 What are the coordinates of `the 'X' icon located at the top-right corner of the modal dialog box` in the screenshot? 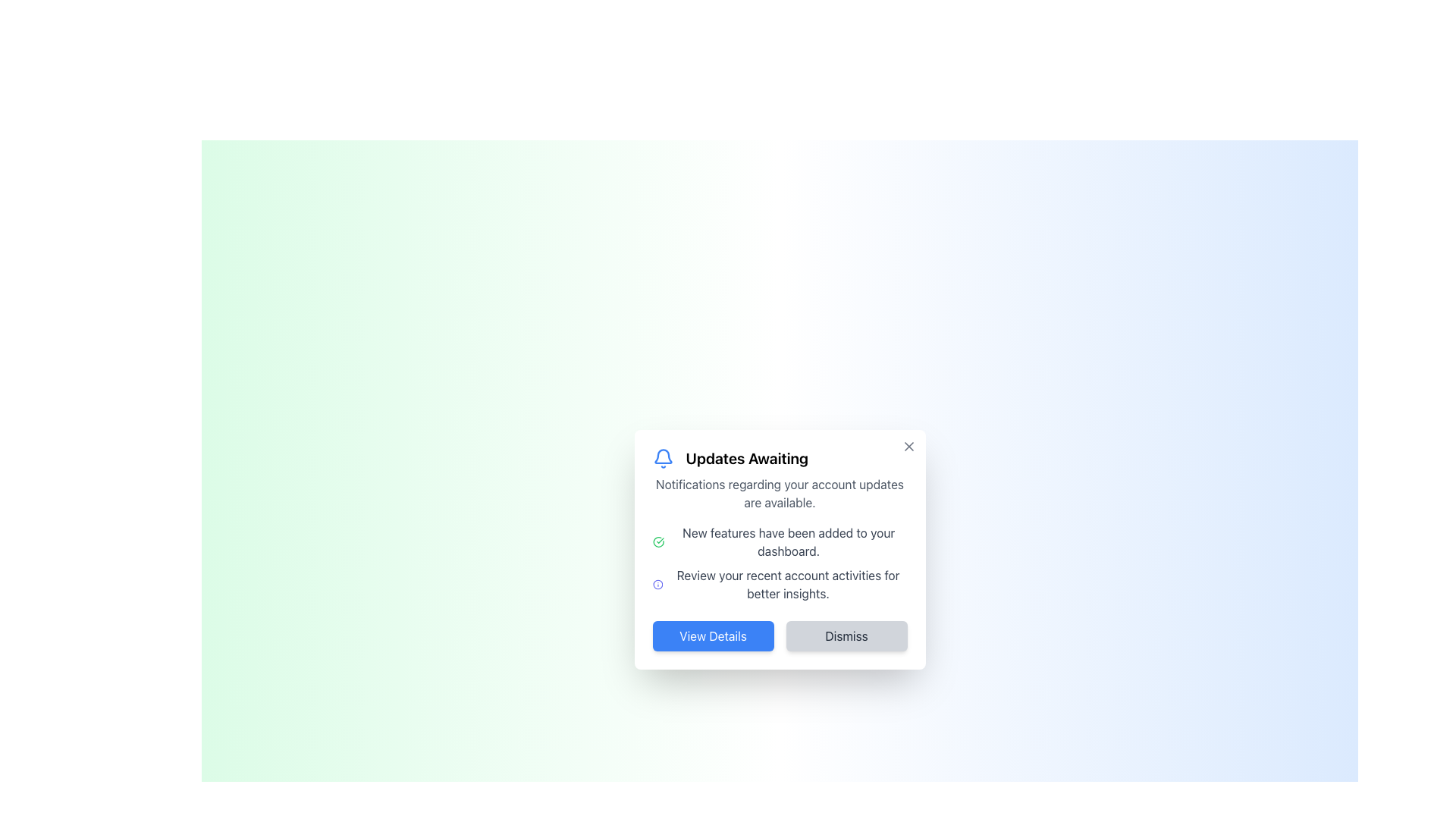 It's located at (908, 446).